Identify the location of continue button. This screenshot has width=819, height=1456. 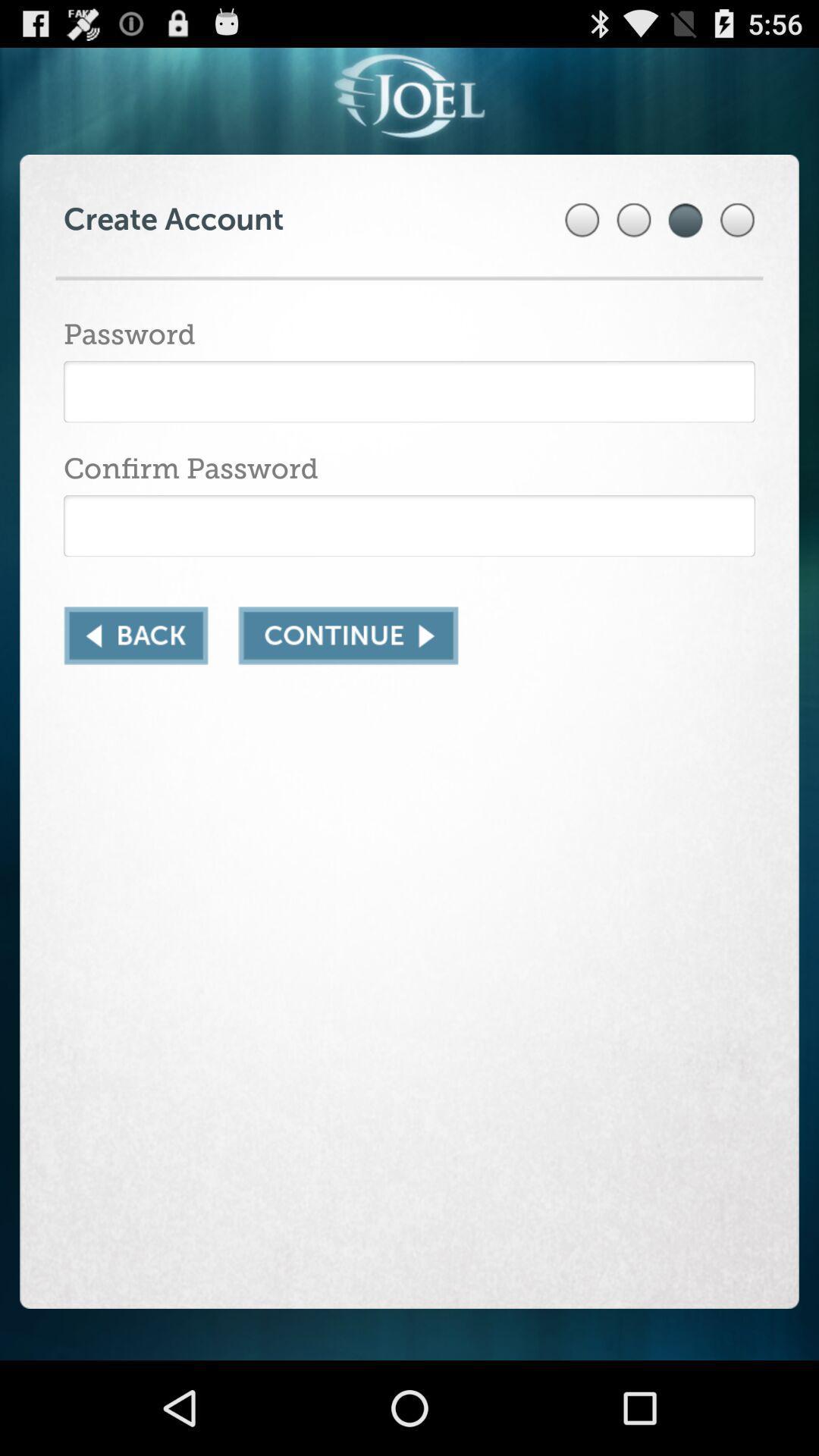
(348, 635).